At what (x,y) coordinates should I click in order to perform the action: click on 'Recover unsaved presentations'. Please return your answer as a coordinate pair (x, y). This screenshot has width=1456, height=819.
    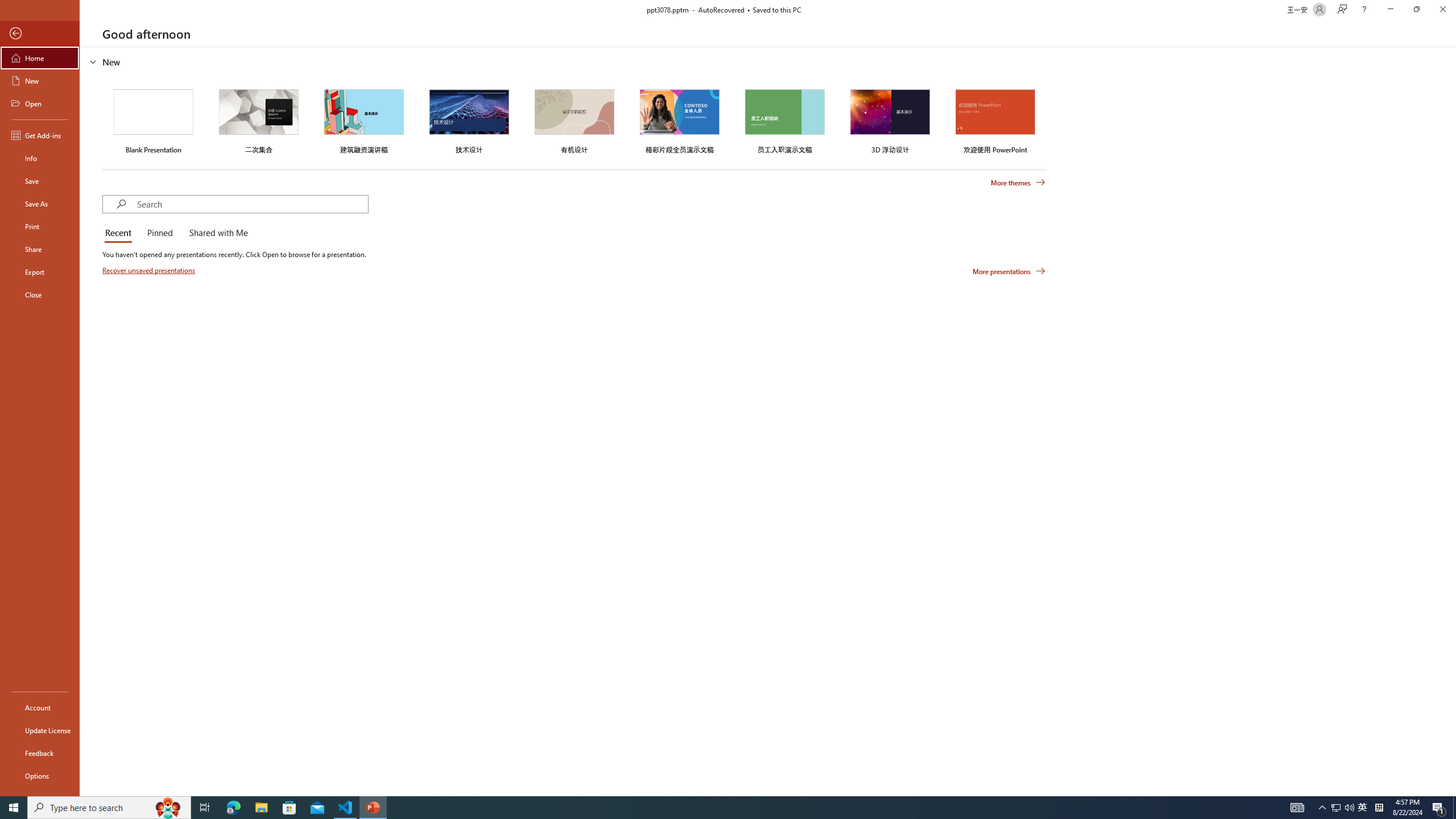
    Looking at the image, I should click on (149, 270).